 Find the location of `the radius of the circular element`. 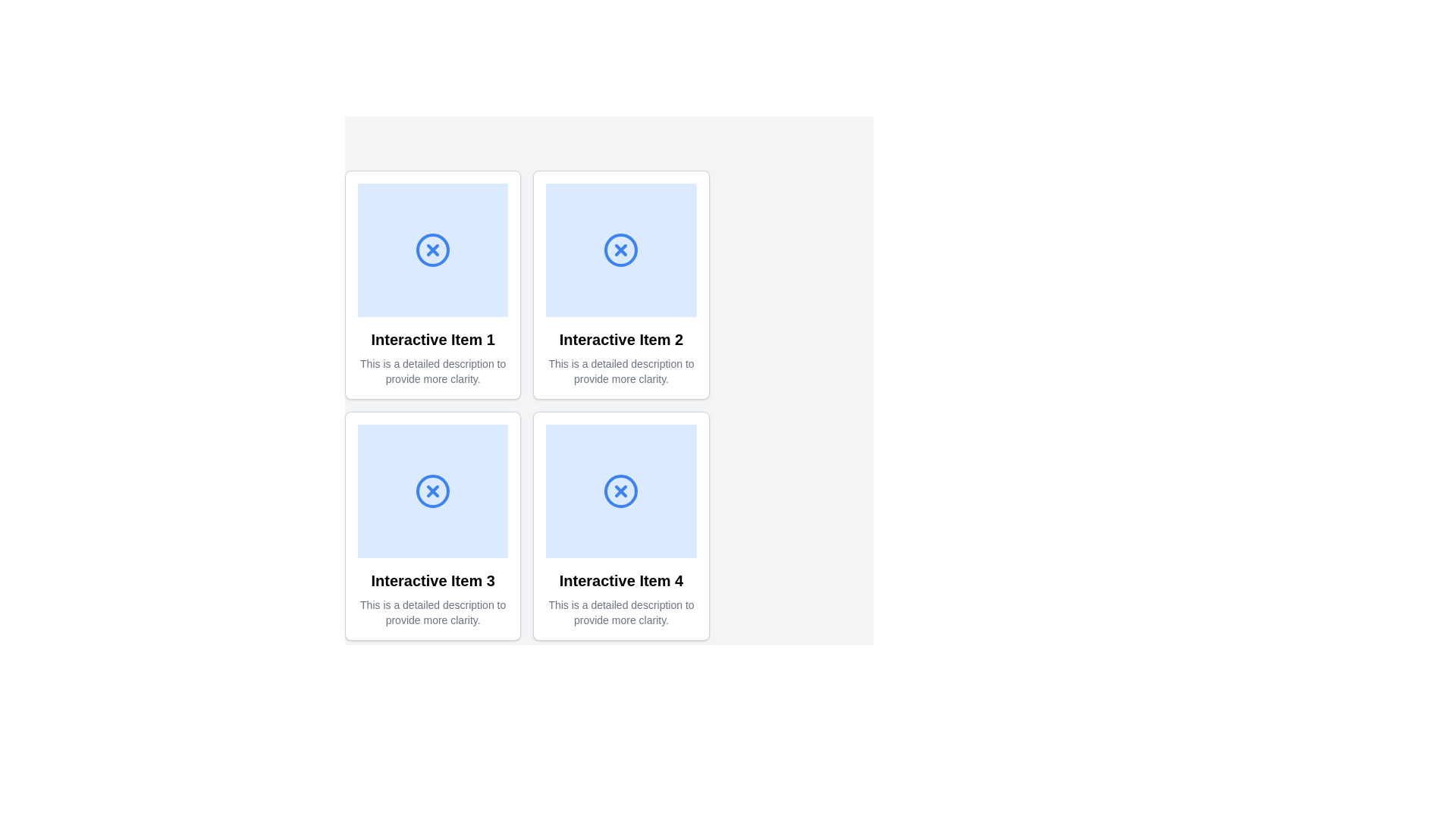

the radius of the circular element is located at coordinates (660, 249).